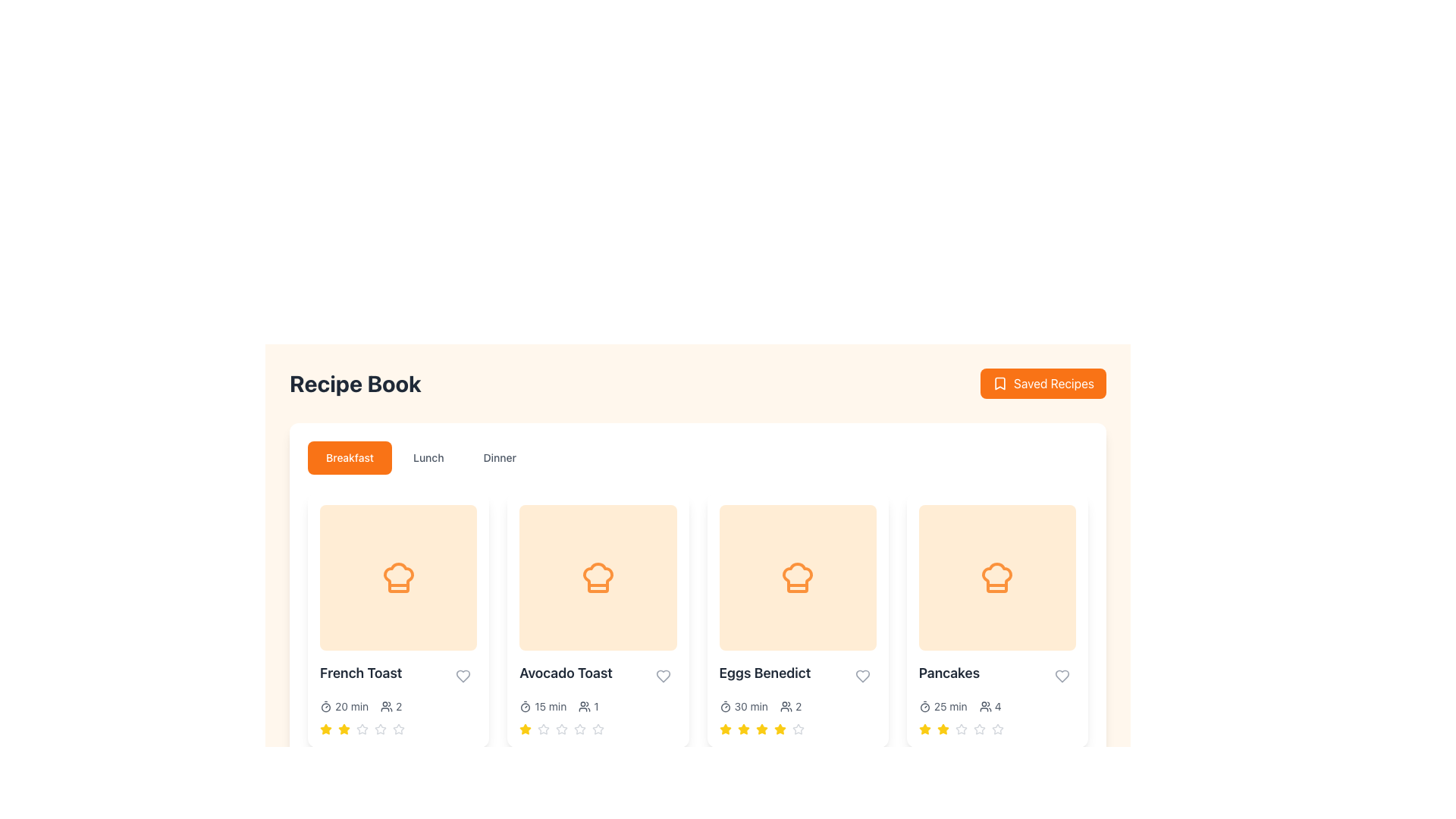  What do you see at coordinates (544, 728) in the screenshot?
I see `the first rating star for the 'Avocado Toast' recipe, which serves as the lowest rating level and is located under the 'Breakfast' tab in the recipe listing interface` at bounding box center [544, 728].